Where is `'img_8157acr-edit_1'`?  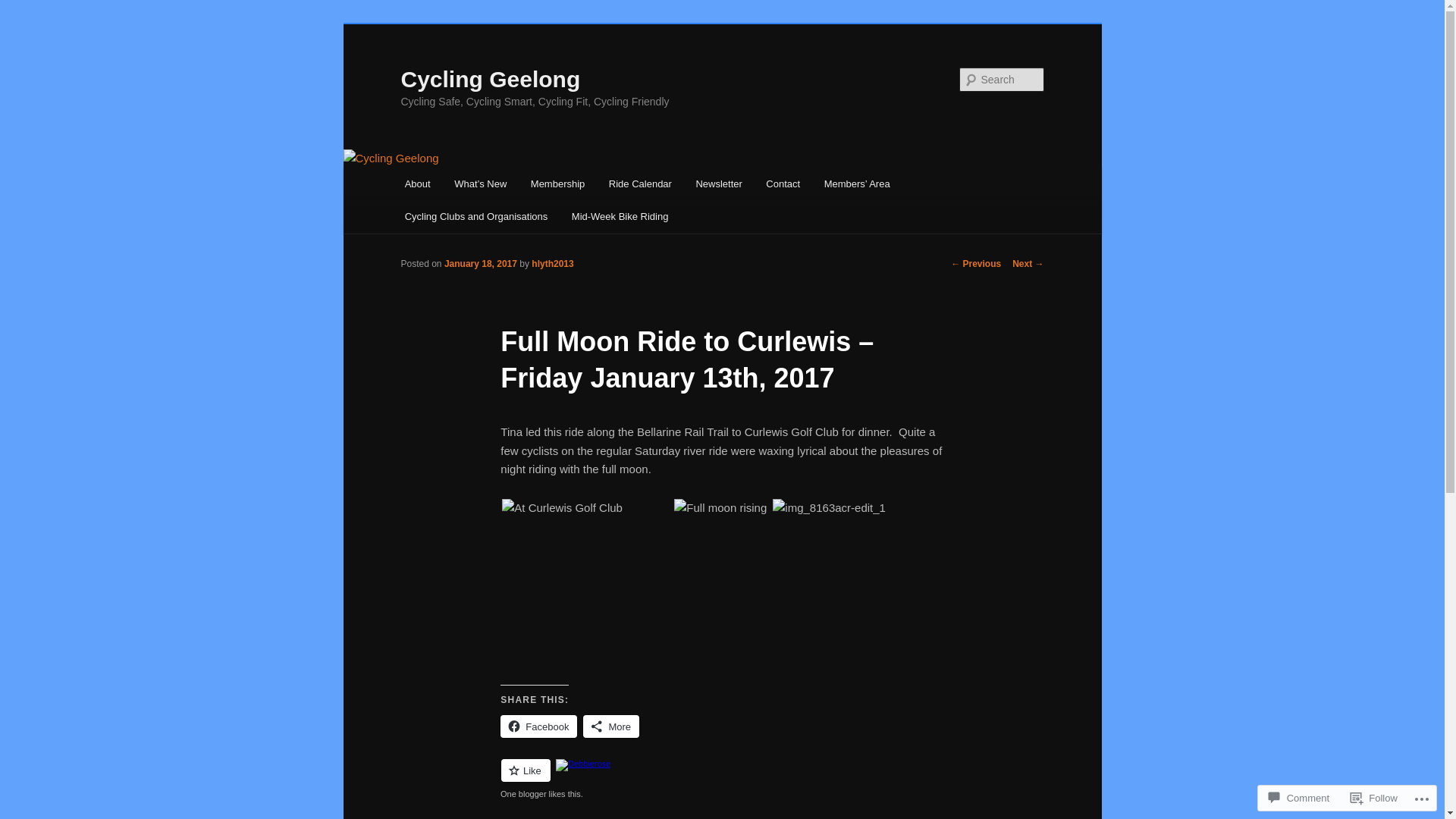
'img_8157acr-edit_1' is located at coordinates (561, 508).